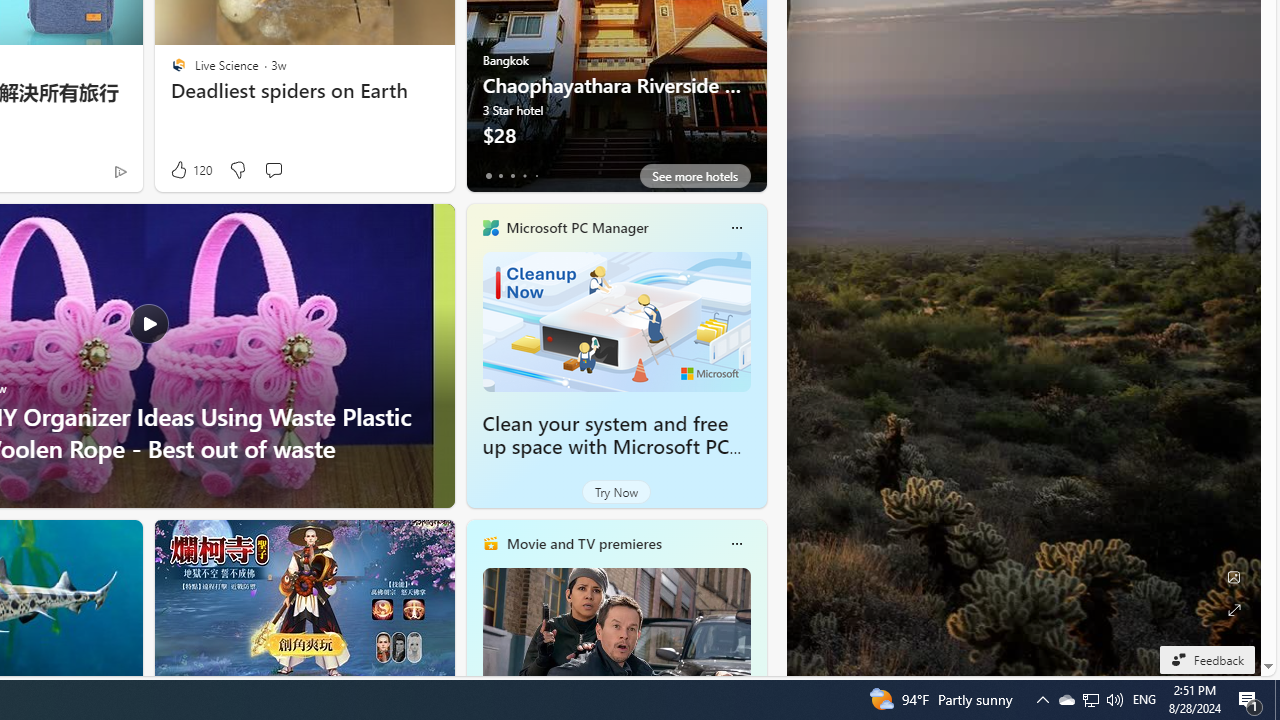  What do you see at coordinates (190, 169) in the screenshot?
I see `'120 Like'` at bounding box center [190, 169].